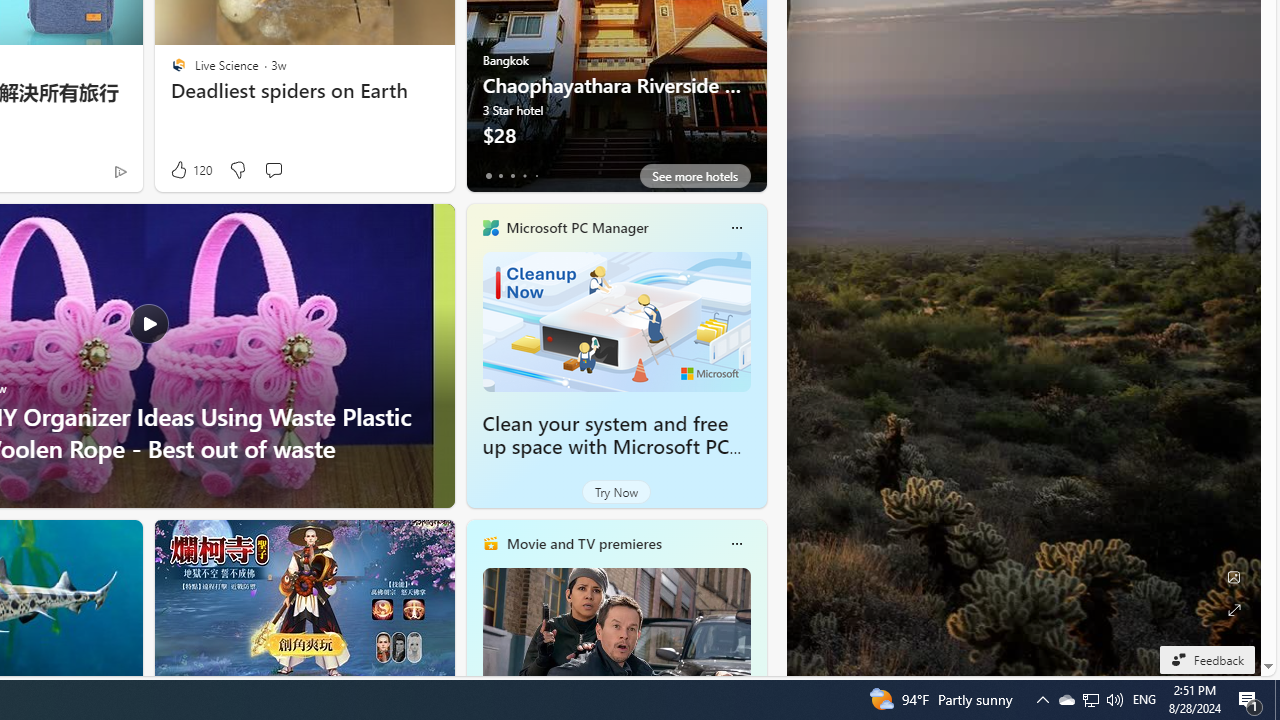  What do you see at coordinates (190, 169) in the screenshot?
I see `'120 Like'` at bounding box center [190, 169].